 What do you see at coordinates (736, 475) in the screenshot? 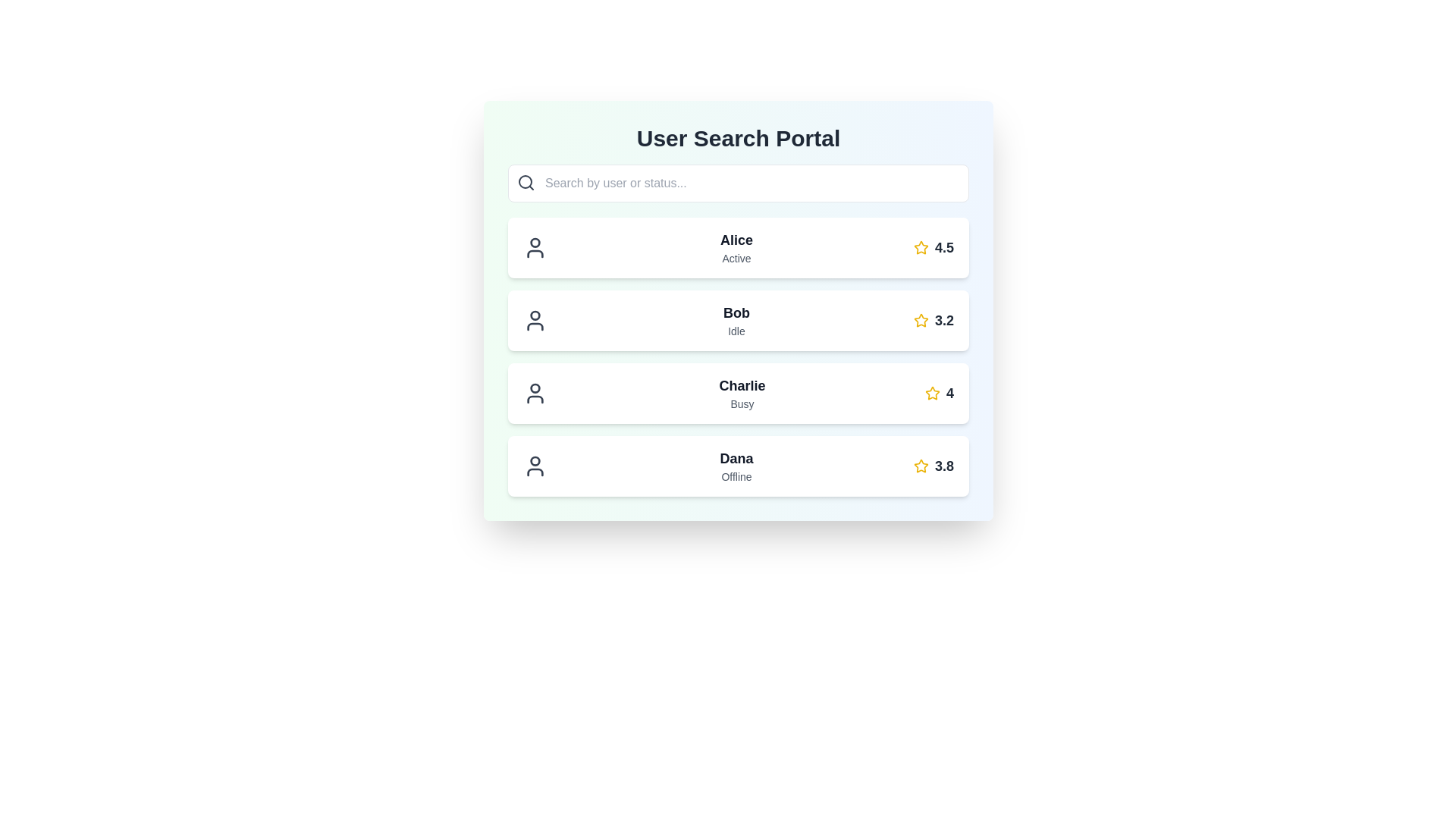
I see `the text label displaying 'Offline' below the name 'Dana' in the fourth user entry of the list` at bounding box center [736, 475].